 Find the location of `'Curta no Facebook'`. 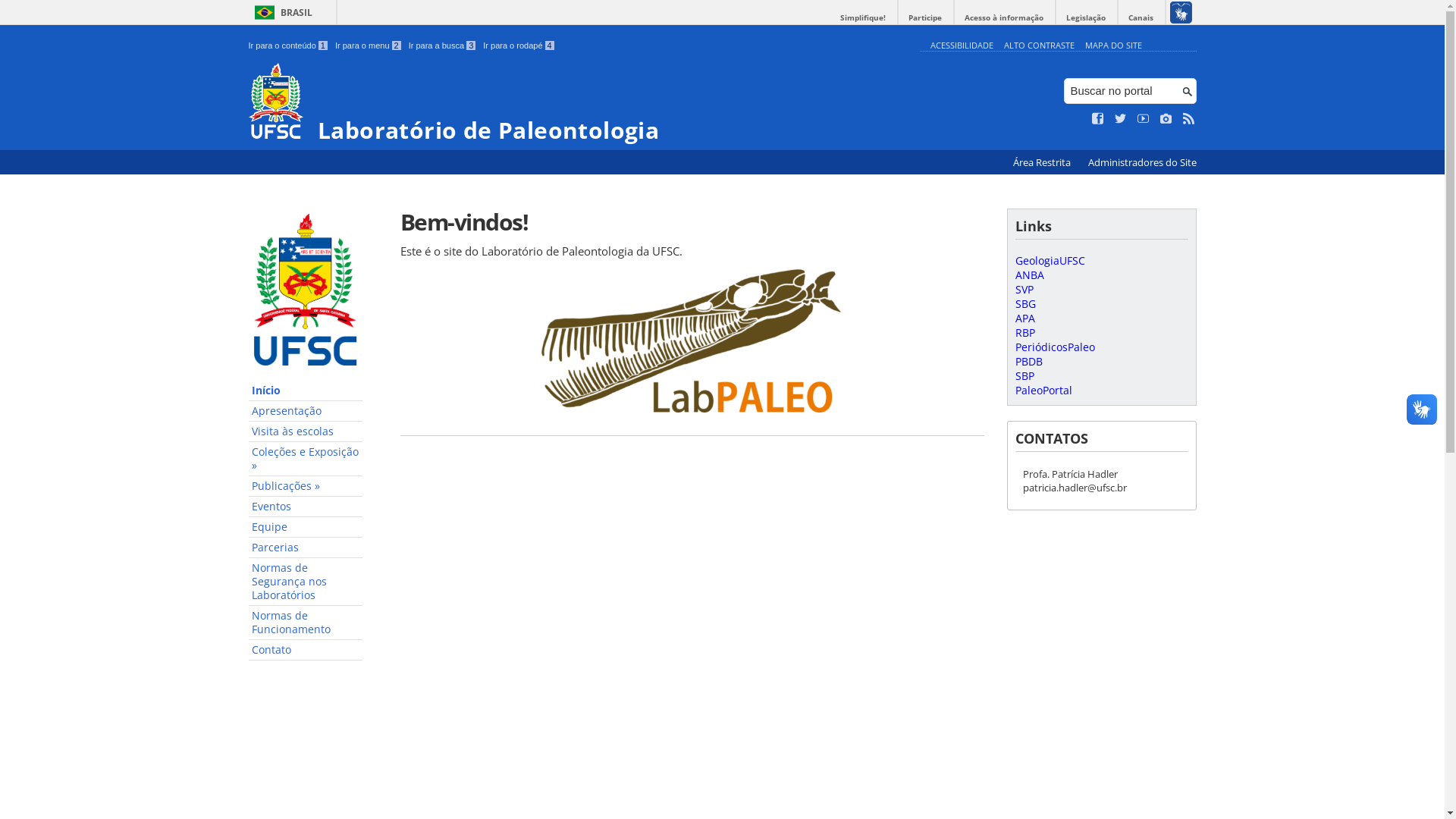

'Curta no Facebook' is located at coordinates (1098, 118).